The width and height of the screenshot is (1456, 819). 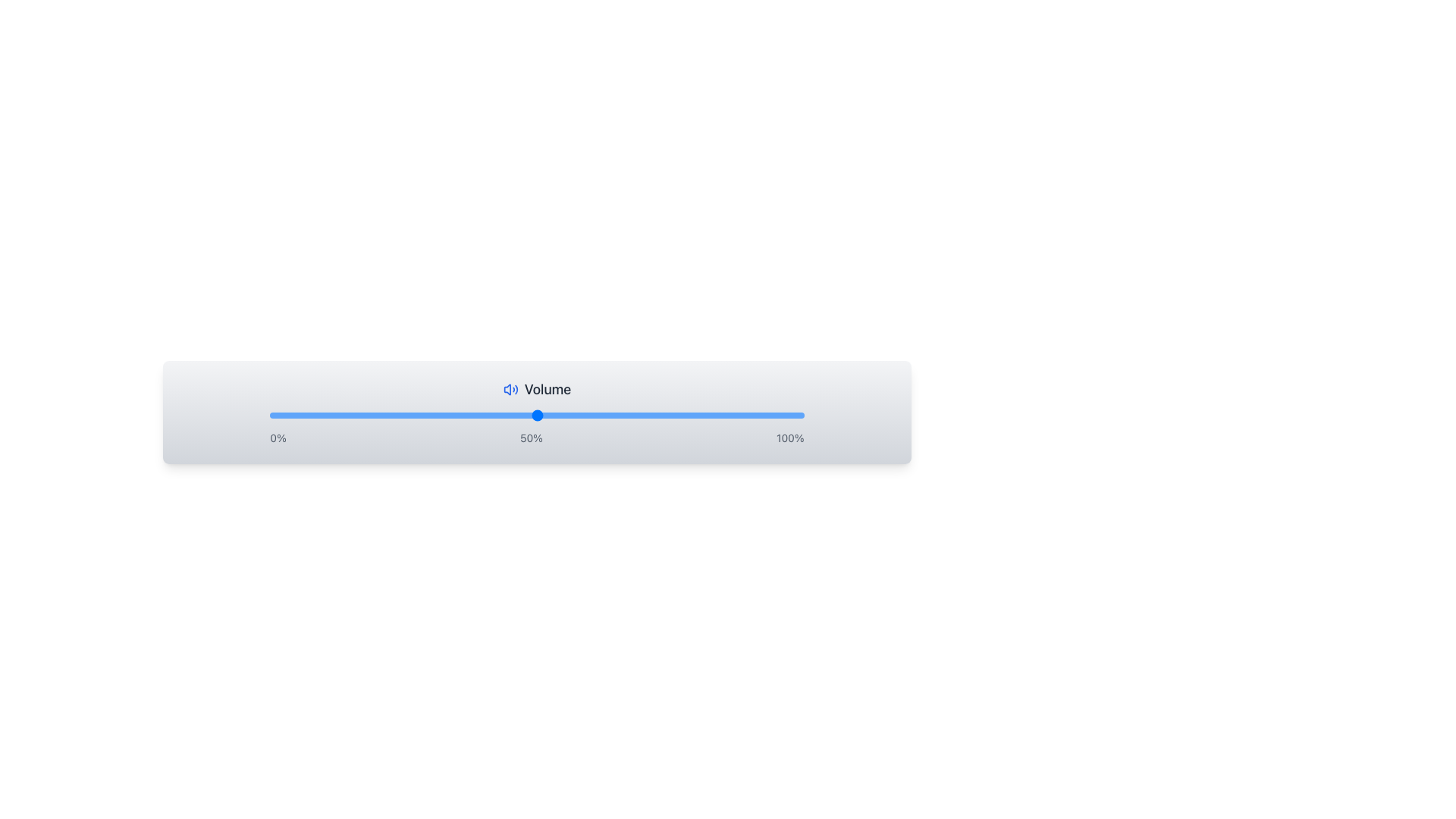 I want to click on the volume, so click(x=387, y=415).